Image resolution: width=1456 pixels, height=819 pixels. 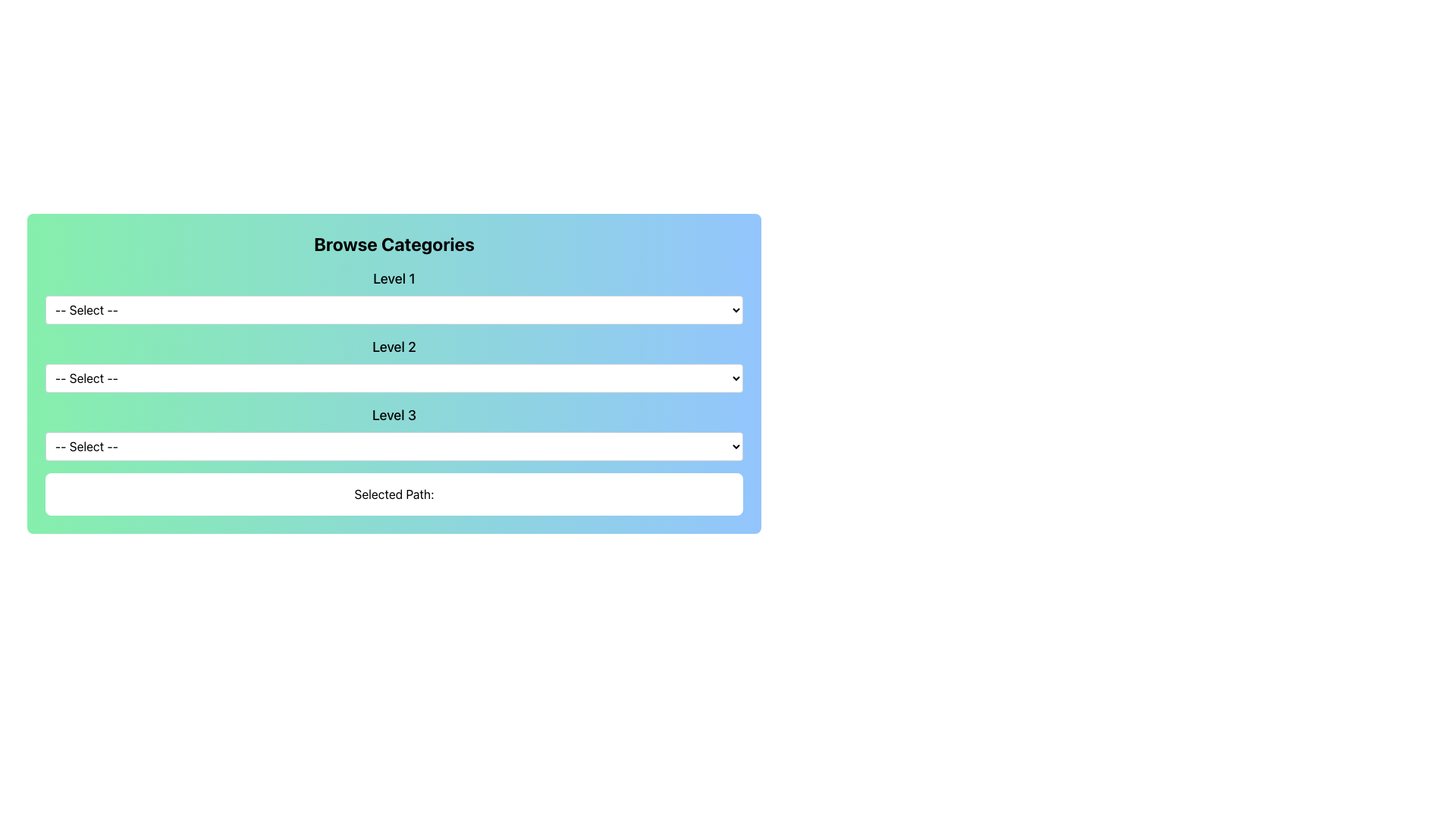 What do you see at coordinates (394, 446) in the screenshot?
I see `the dropdown menu button labeled '-- Select --'` at bounding box center [394, 446].